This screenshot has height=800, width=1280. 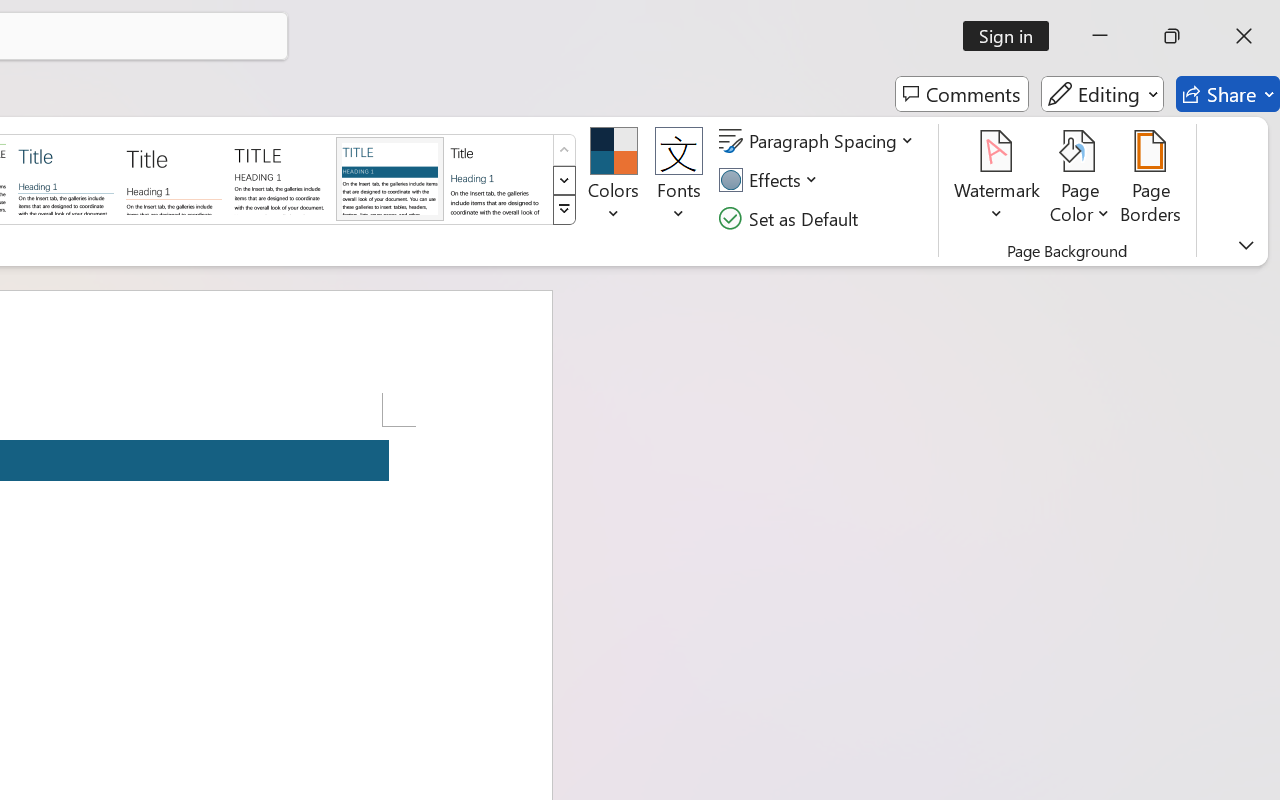 I want to click on 'Editing', so click(x=1101, y=94).